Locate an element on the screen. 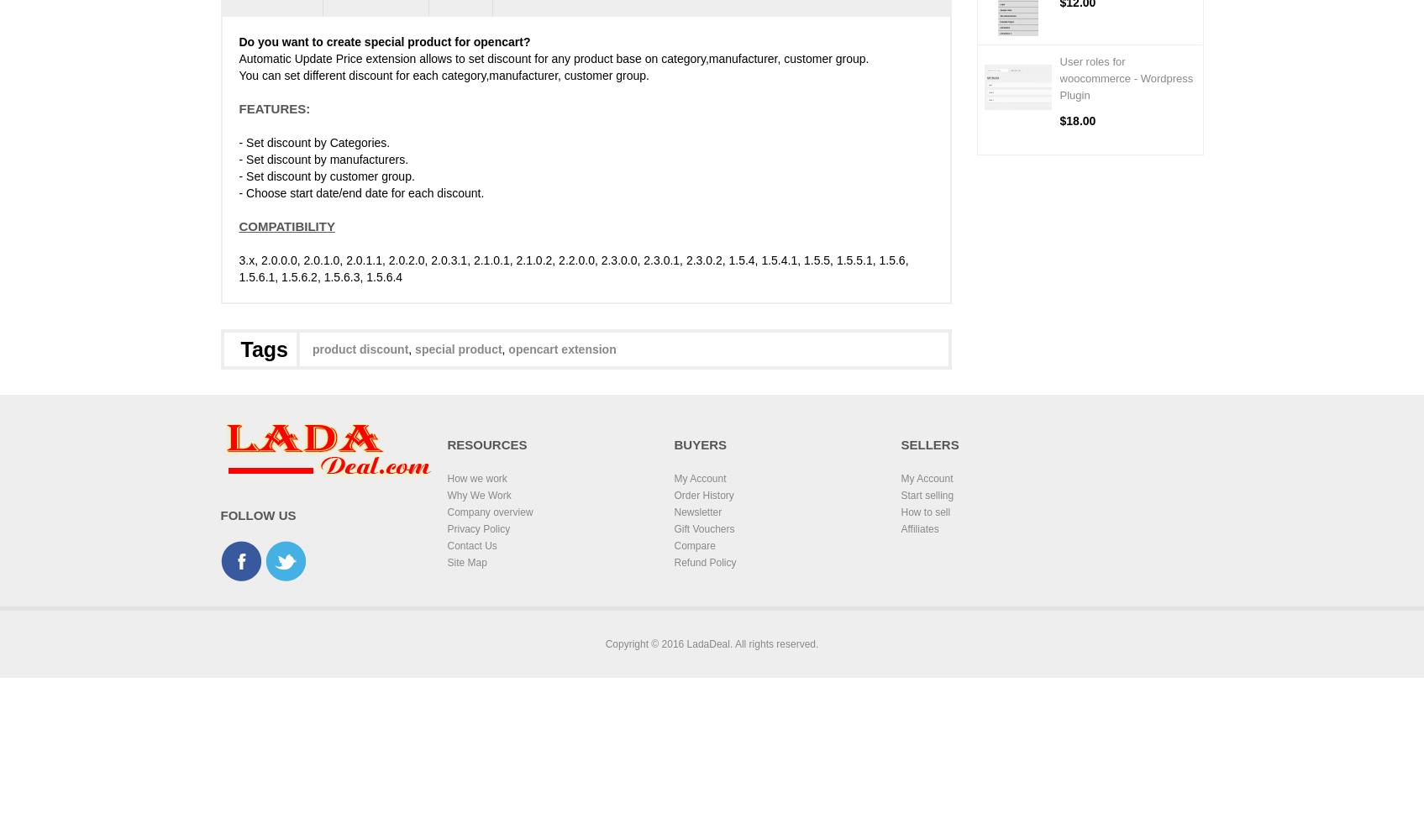 This screenshot has width=1424, height=840. 'Features:' is located at coordinates (274, 108).